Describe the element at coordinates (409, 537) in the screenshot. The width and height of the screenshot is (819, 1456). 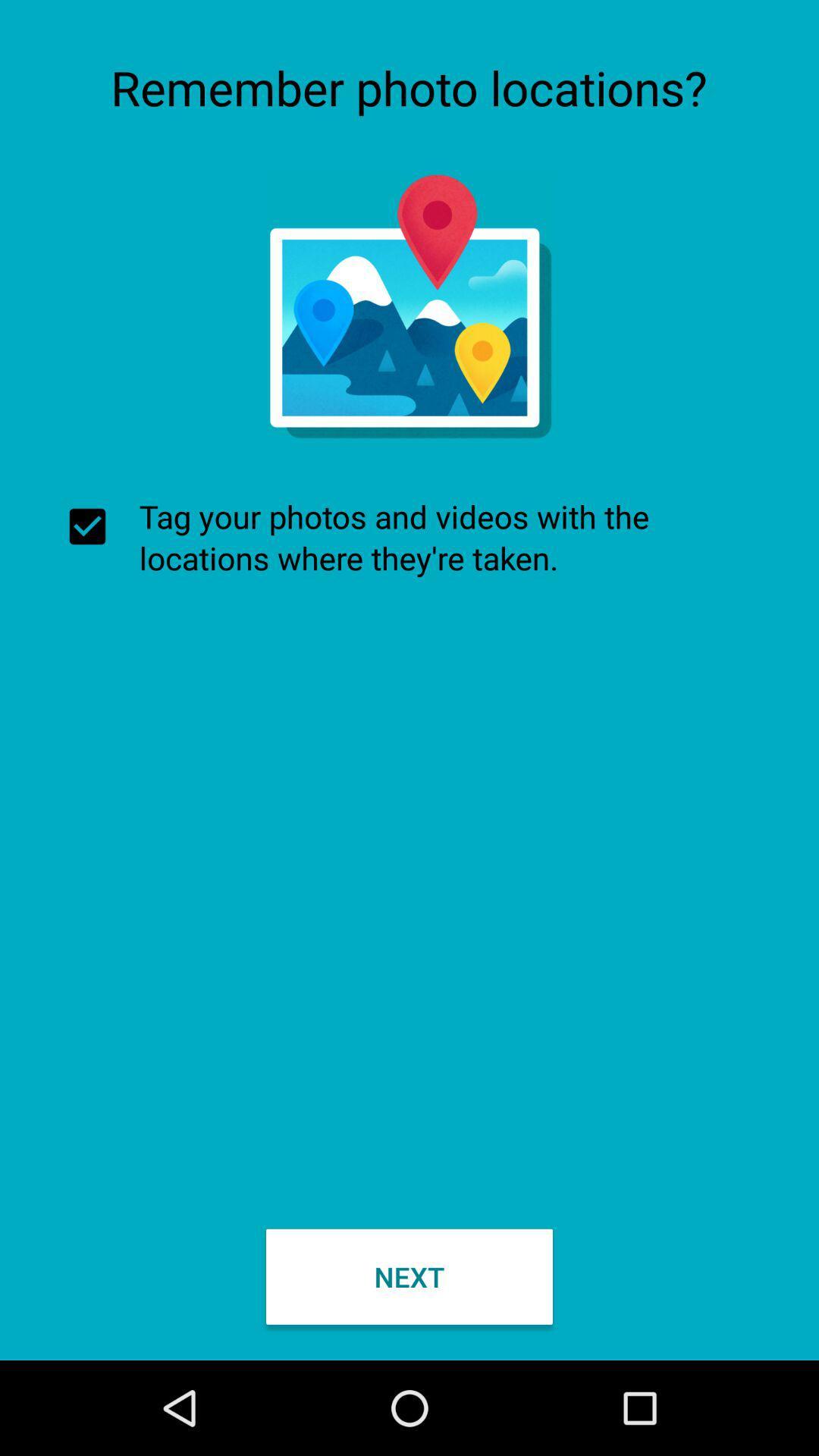
I see `the tag your photos at the center` at that location.